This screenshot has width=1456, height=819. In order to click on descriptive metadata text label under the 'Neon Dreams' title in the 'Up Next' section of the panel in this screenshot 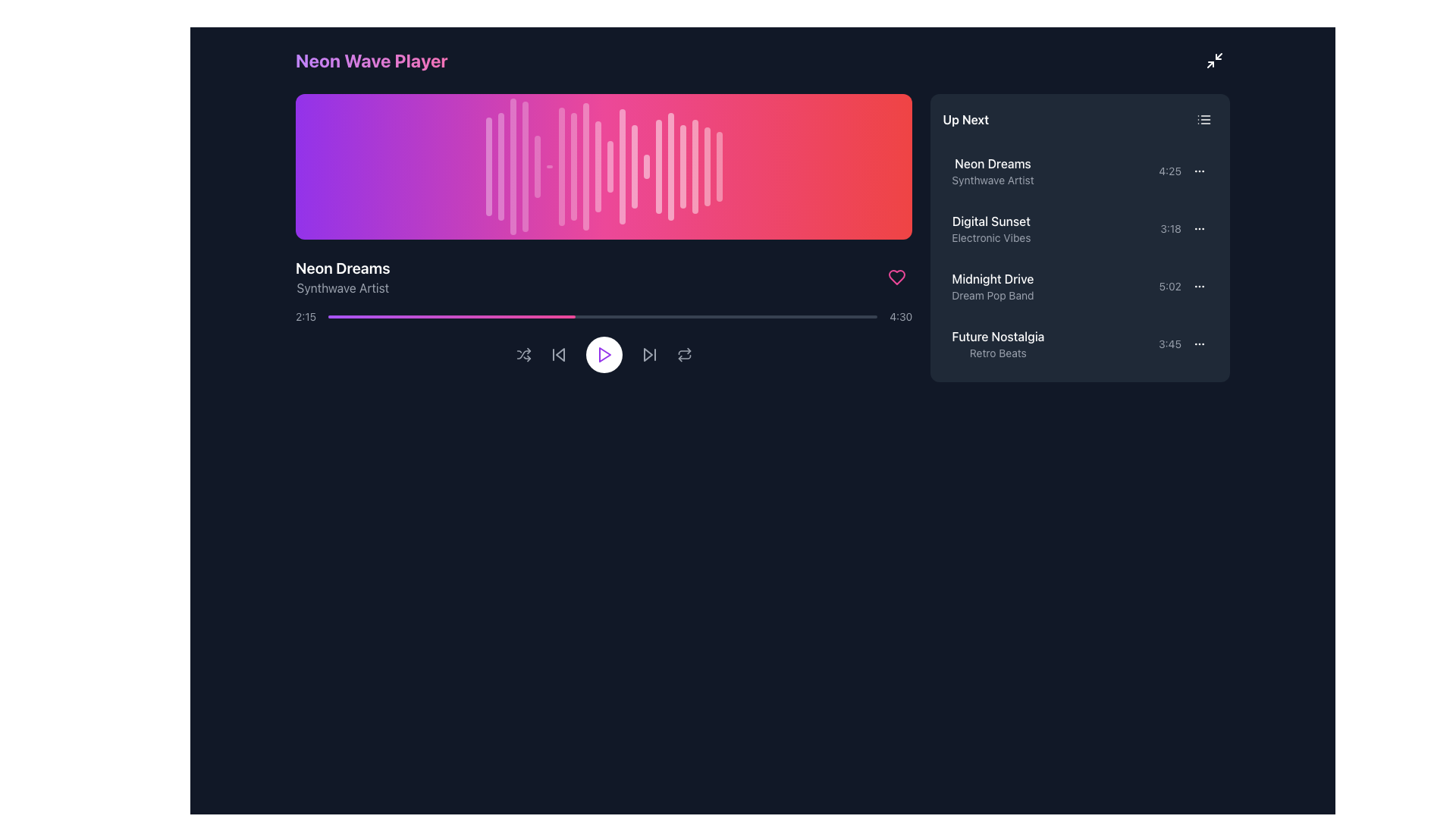, I will do `click(993, 180)`.